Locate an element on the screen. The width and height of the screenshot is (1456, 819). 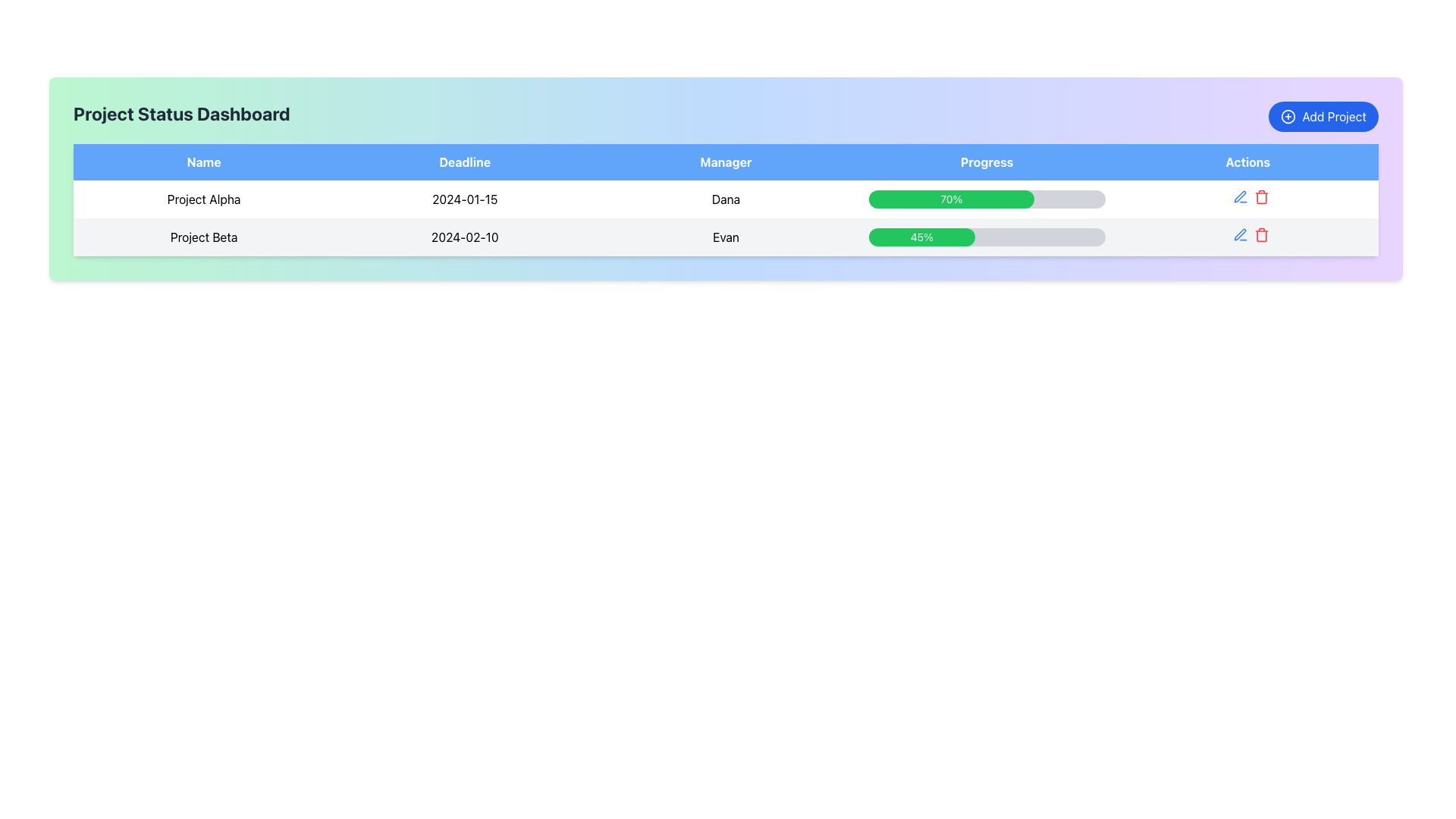
the Progress bar indicating 45% completion located in the second row of the tabular display, between the Manager column containing 'Evan' and the action icons in the Actions column is located at coordinates (987, 237).